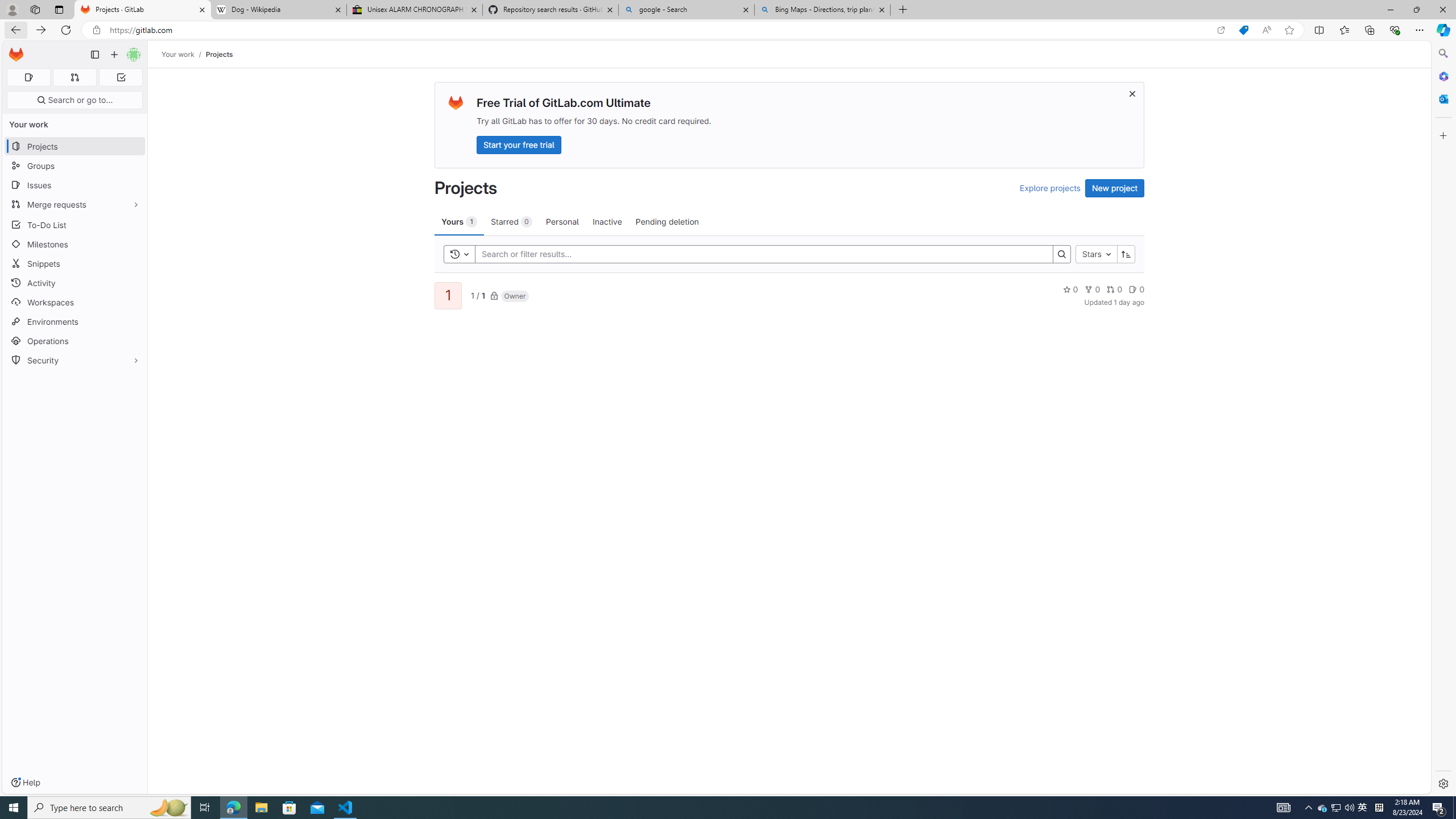 Image resolution: width=1456 pixels, height=819 pixels. I want to click on 'Pending deletion', so click(667, 221).